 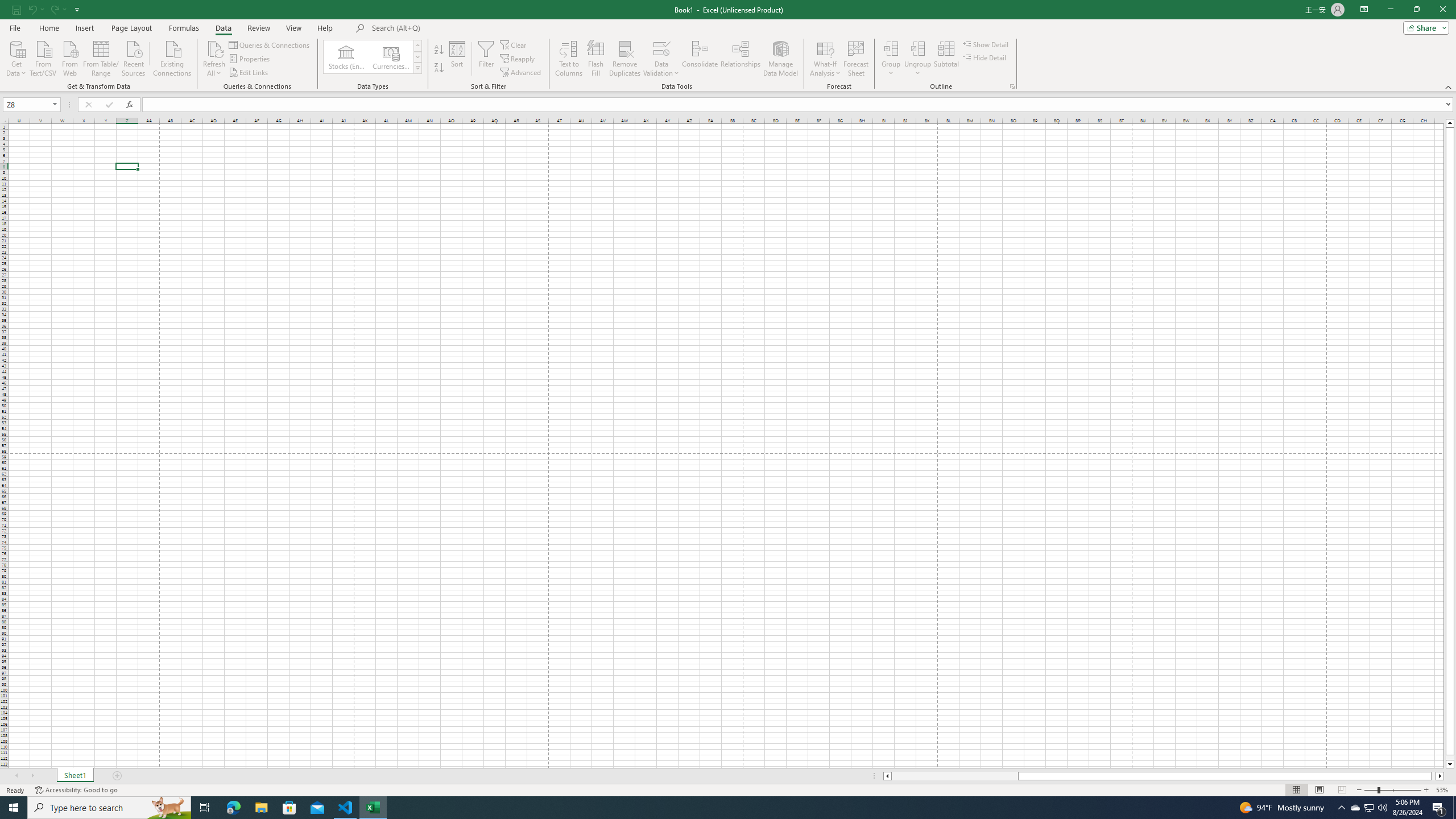 I want to click on 'Show Detail', so click(x=986, y=44).